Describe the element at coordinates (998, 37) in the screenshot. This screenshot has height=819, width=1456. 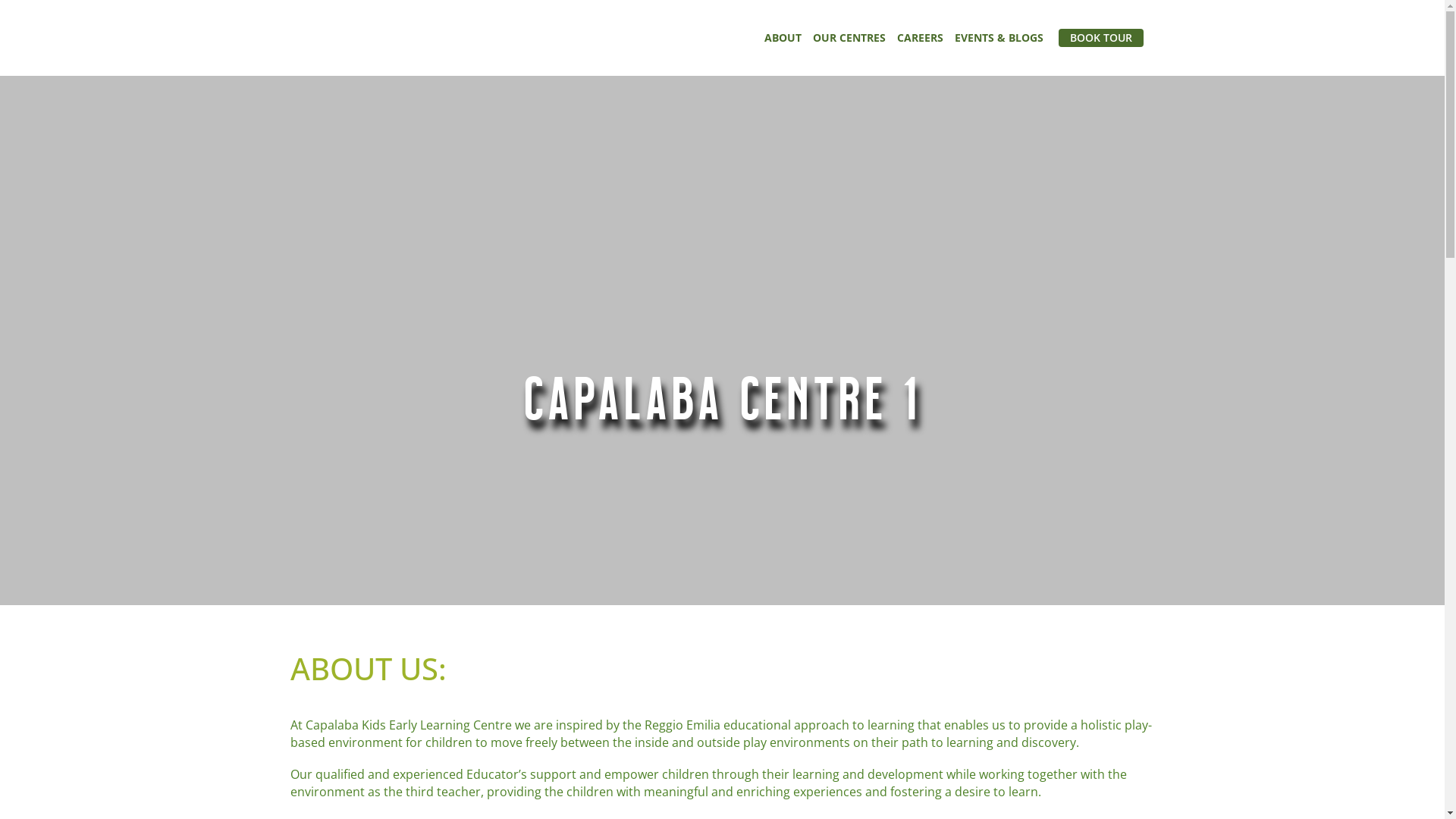
I see `'EVENTS & BLOGS'` at that location.